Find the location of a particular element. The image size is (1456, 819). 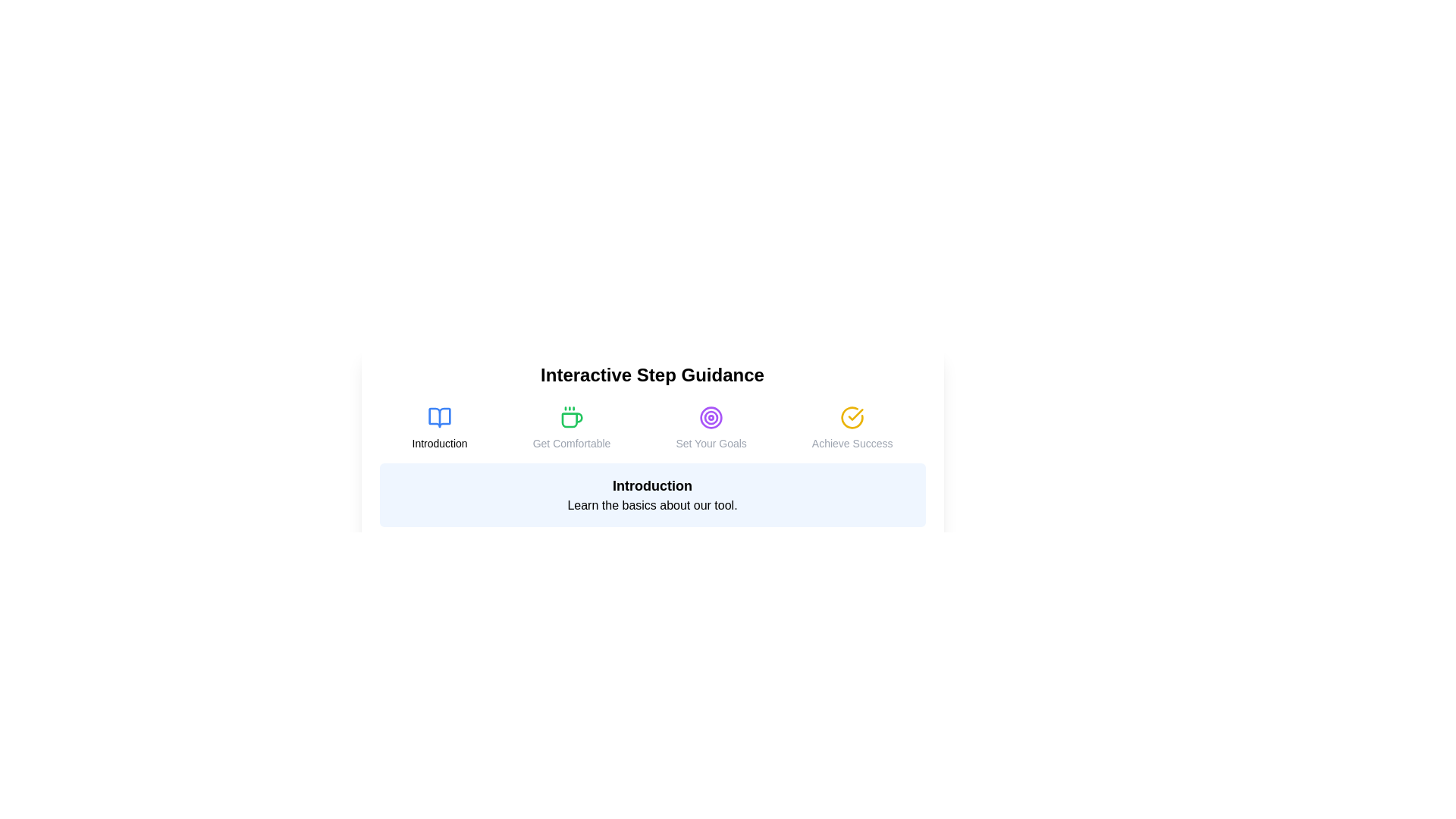

the text label indicating the task 'Get Comfortable' located beneath the green coffee cup icon in the step guidance section is located at coordinates (570, 444).